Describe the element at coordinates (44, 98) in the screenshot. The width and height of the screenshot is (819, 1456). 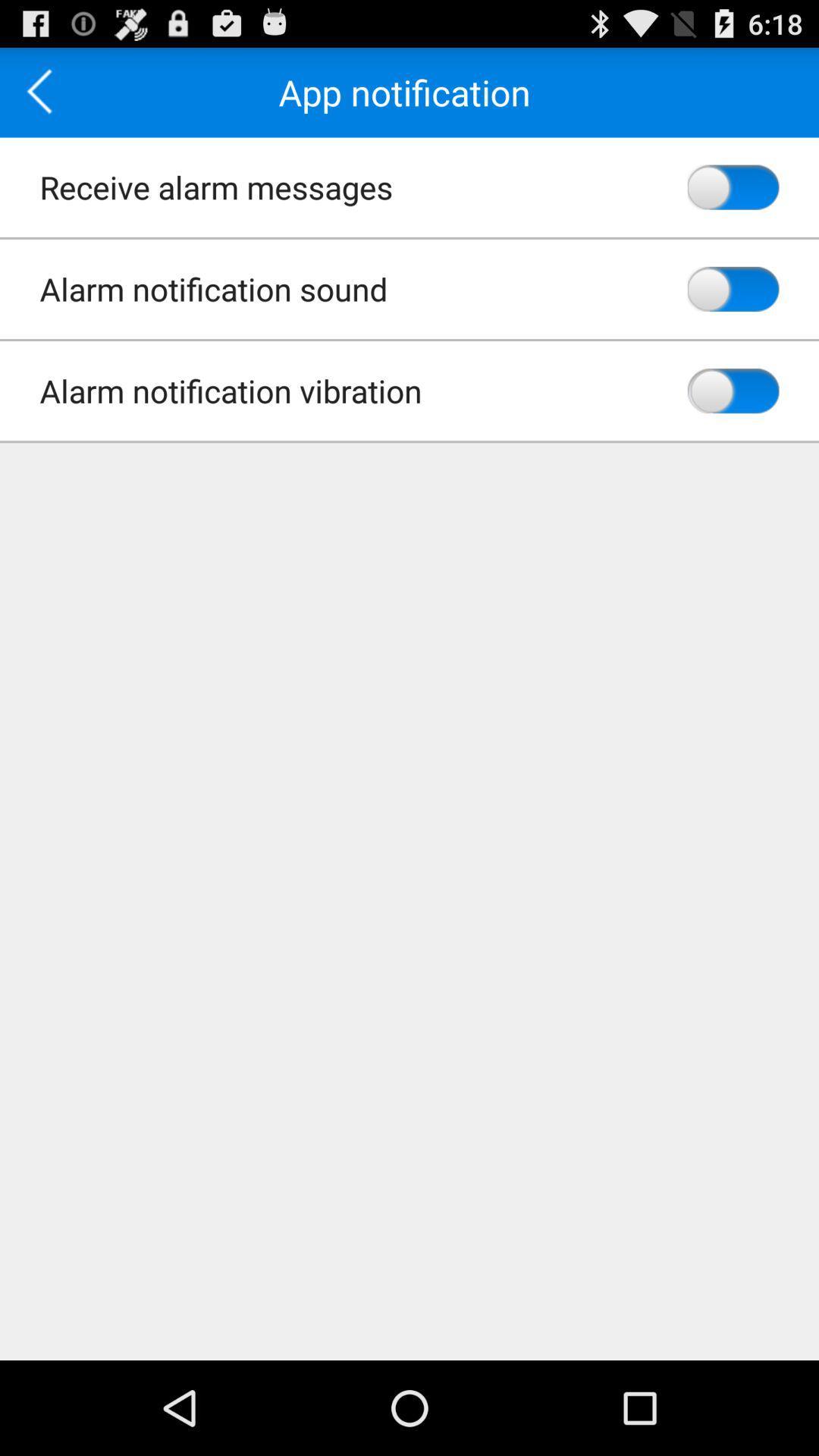
I see `the arrow_backward icon` at that location.